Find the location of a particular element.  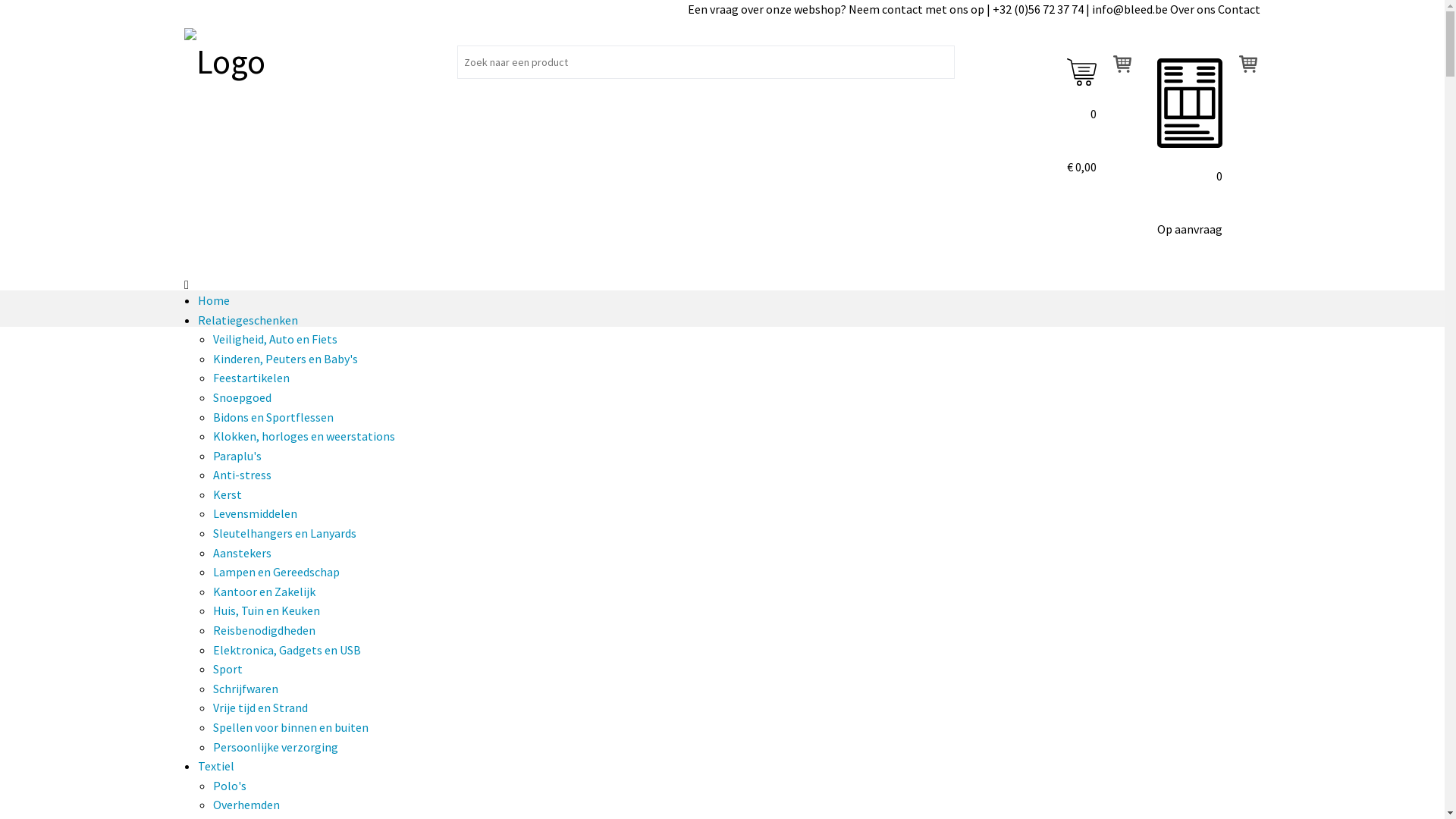

'Lampen en Gereedschap' is located at coordinates (276, 571).